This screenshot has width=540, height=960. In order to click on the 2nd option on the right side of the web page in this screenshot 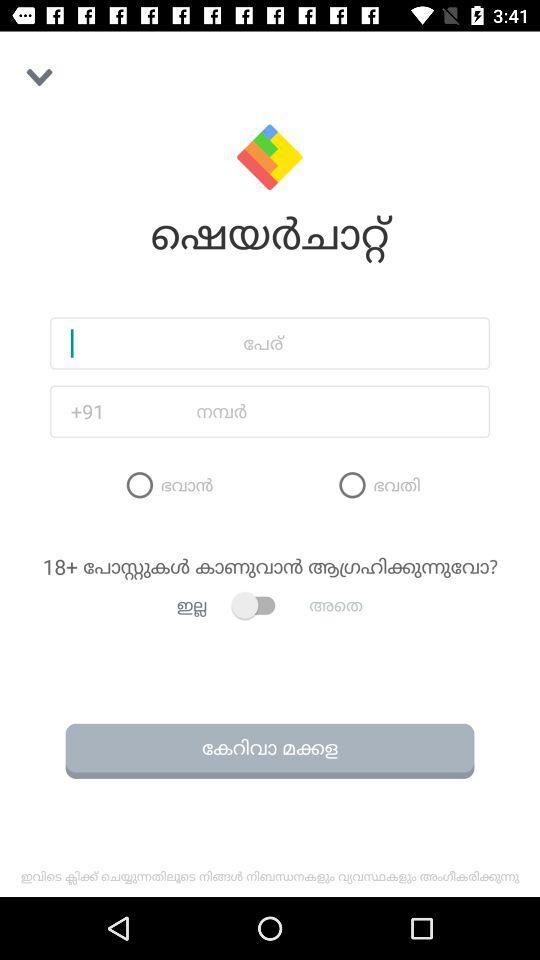, I will do `click(376, 483)`.